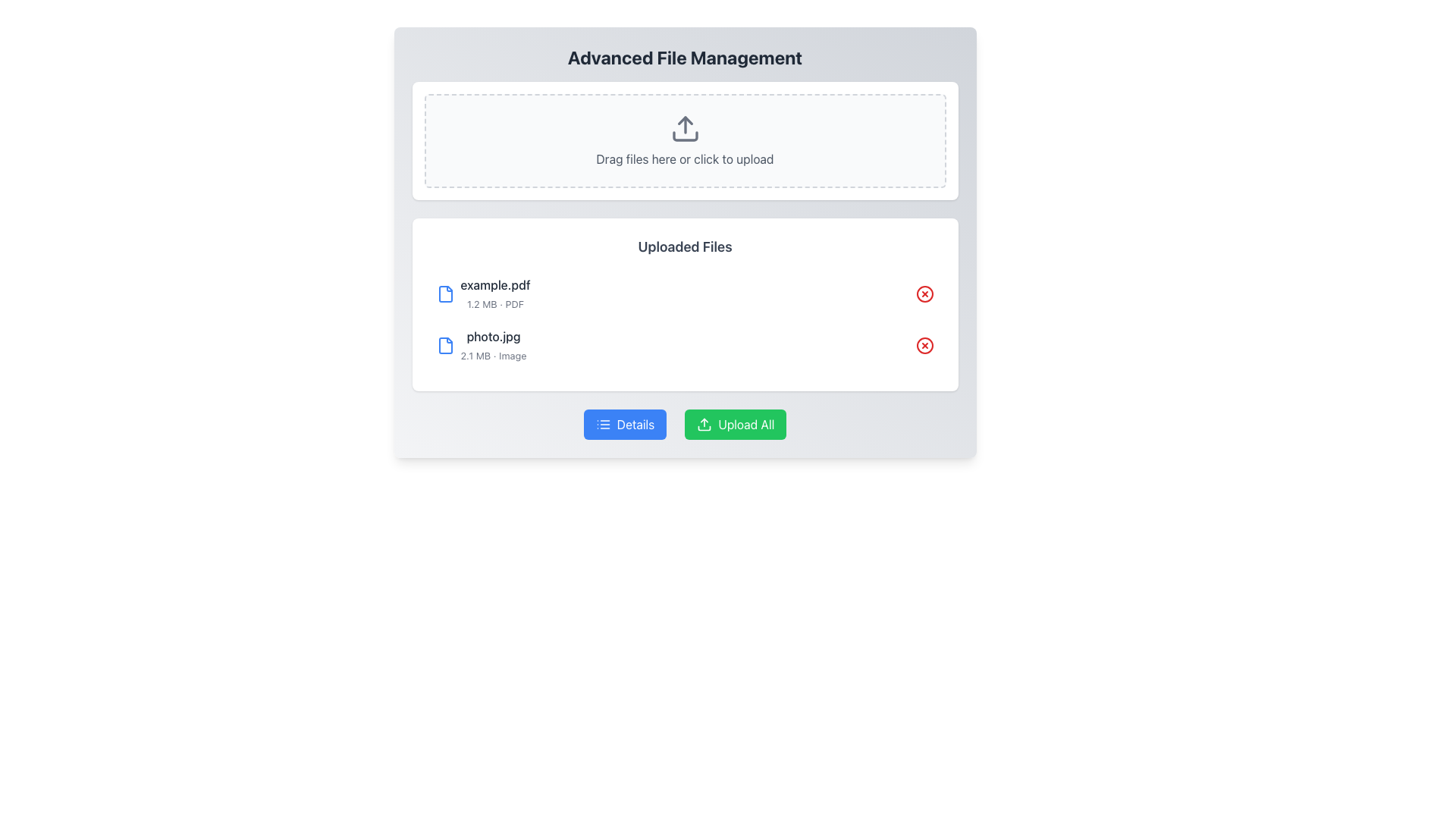  What do you see at coordinates (746, 424) in the screenshot?
I see `the static text label for the 'Upload All' button, which is located in the bottom-right section of the interface` at bounding box center [746, 424].